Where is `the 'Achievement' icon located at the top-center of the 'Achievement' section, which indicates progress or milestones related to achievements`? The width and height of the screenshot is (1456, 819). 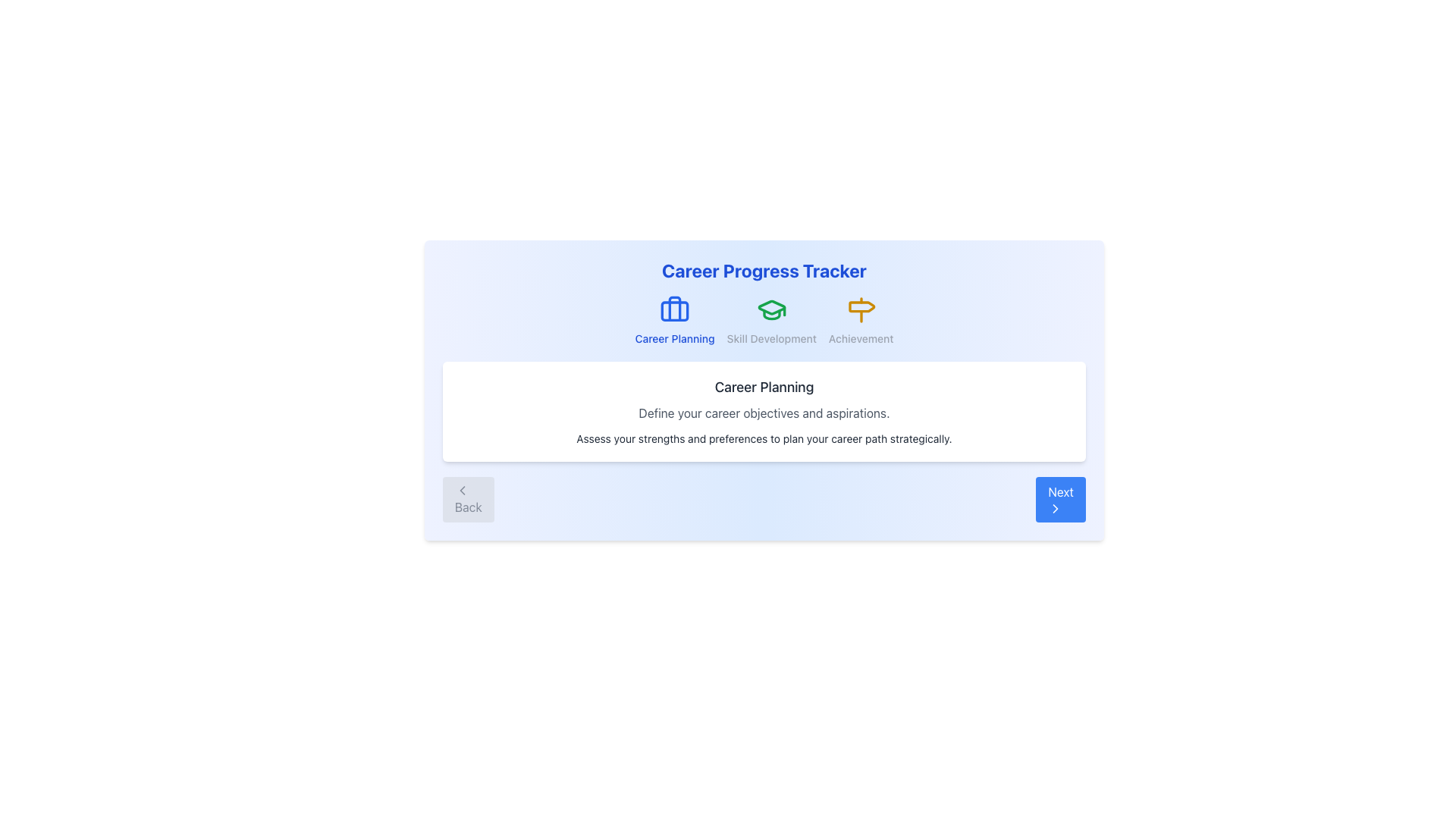 the 'Achievement' icon located at the top-center of the 'Achievement' section, which indicates progress or milestones related to achievements is located at coordinates (861, 309).